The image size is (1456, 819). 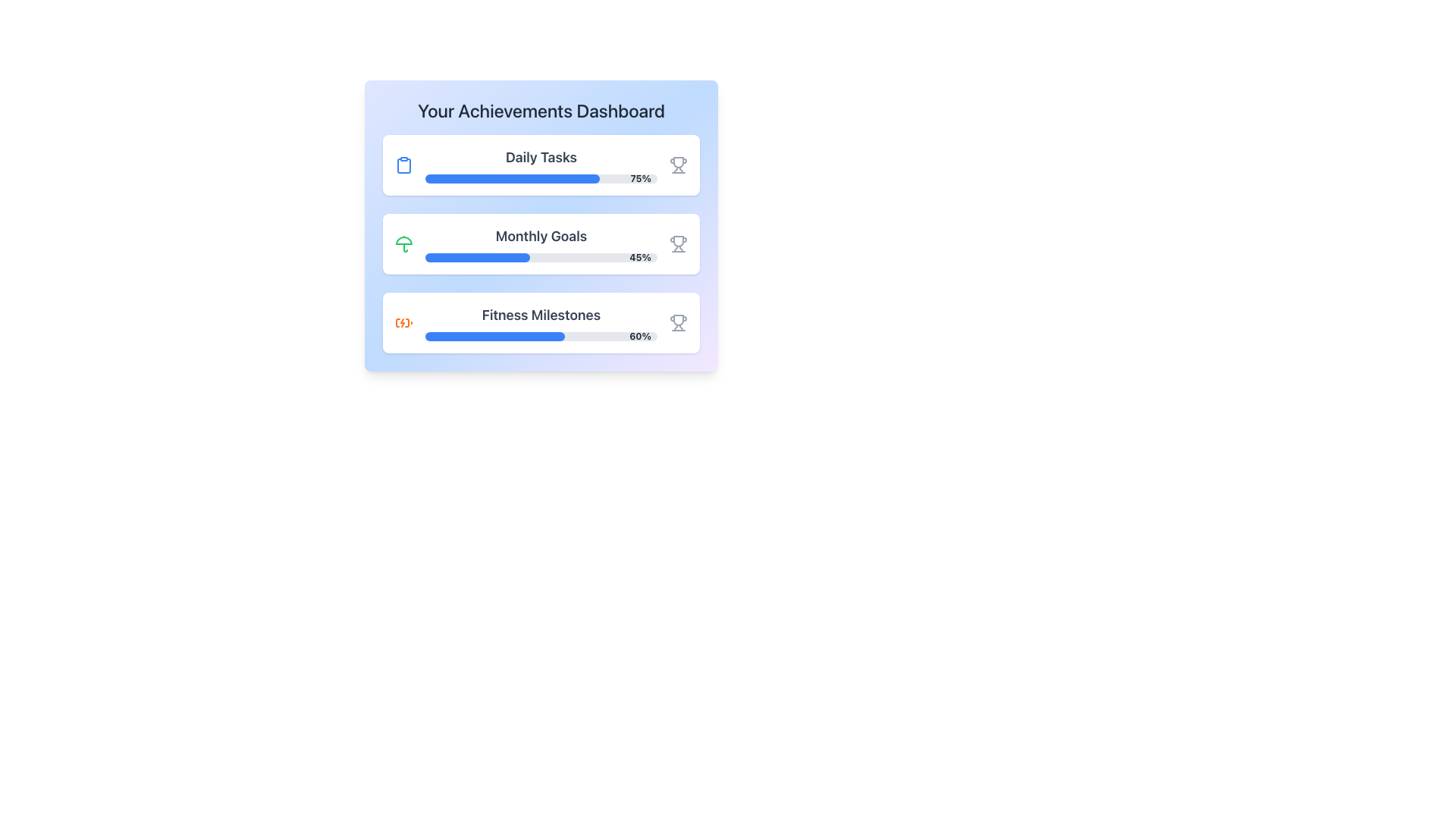 What do you see at coordinates (403, 166) in the screenshot?
I see `the Decorative graphic icon representing a clipboard, which is located in the upper-left corner of the 'Daily Tasks' section, next to the section title text` at bounding box center [403, 166].